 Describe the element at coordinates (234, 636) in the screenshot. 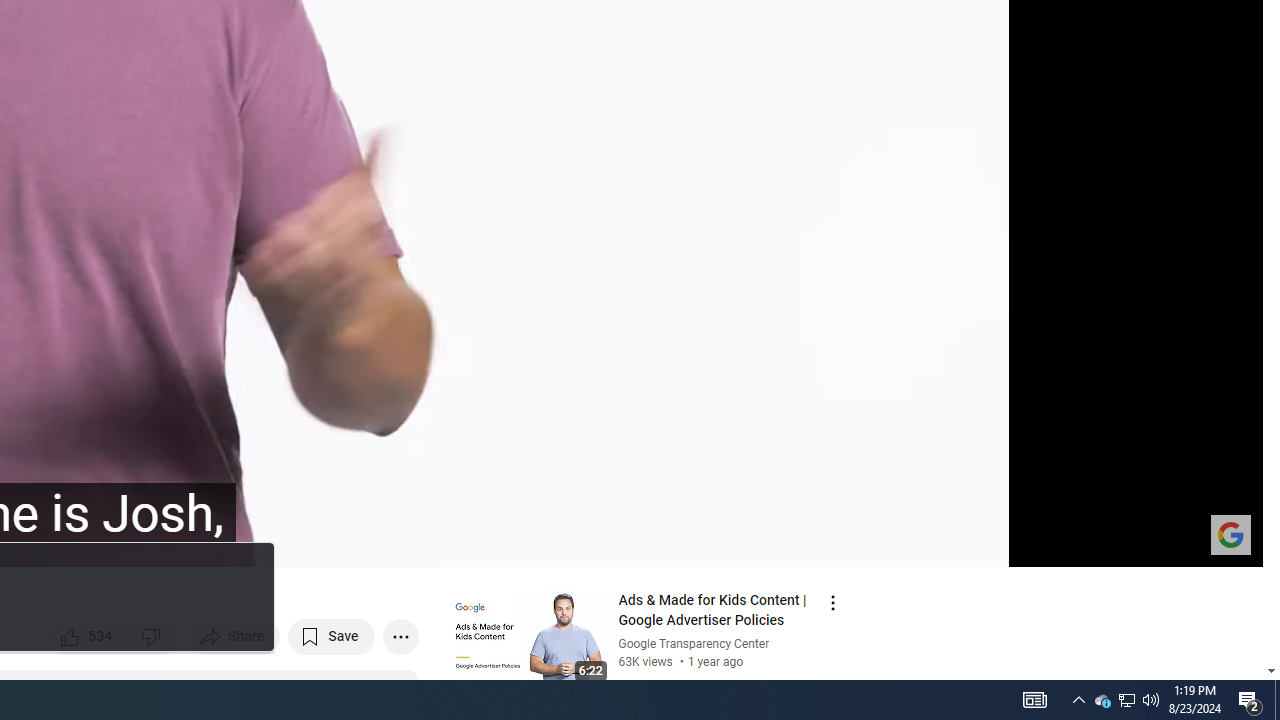

I see `'Share'` at that location.